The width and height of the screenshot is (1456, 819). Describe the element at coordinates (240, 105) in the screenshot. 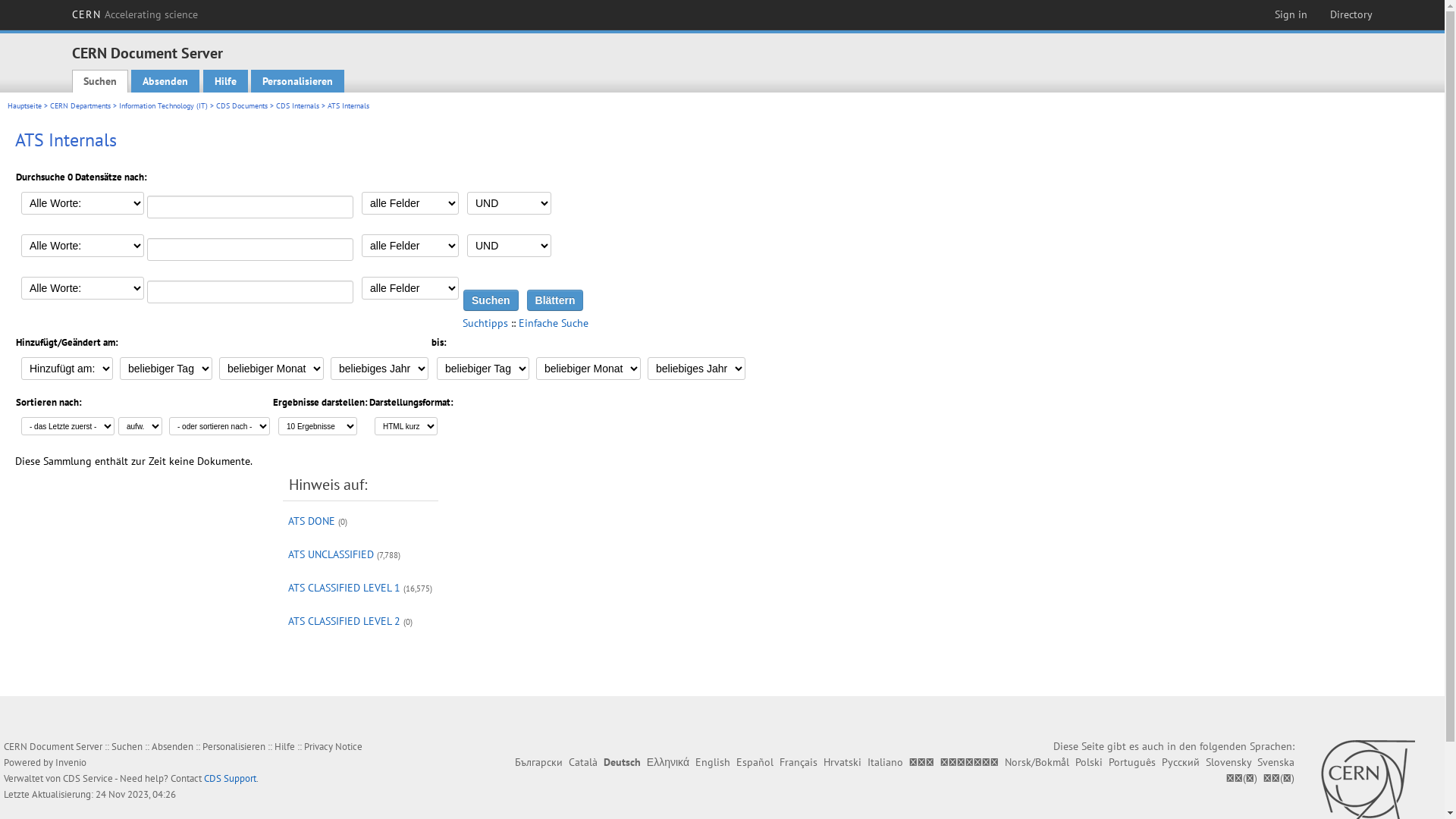

I see `'CDS Documents'` at that location.